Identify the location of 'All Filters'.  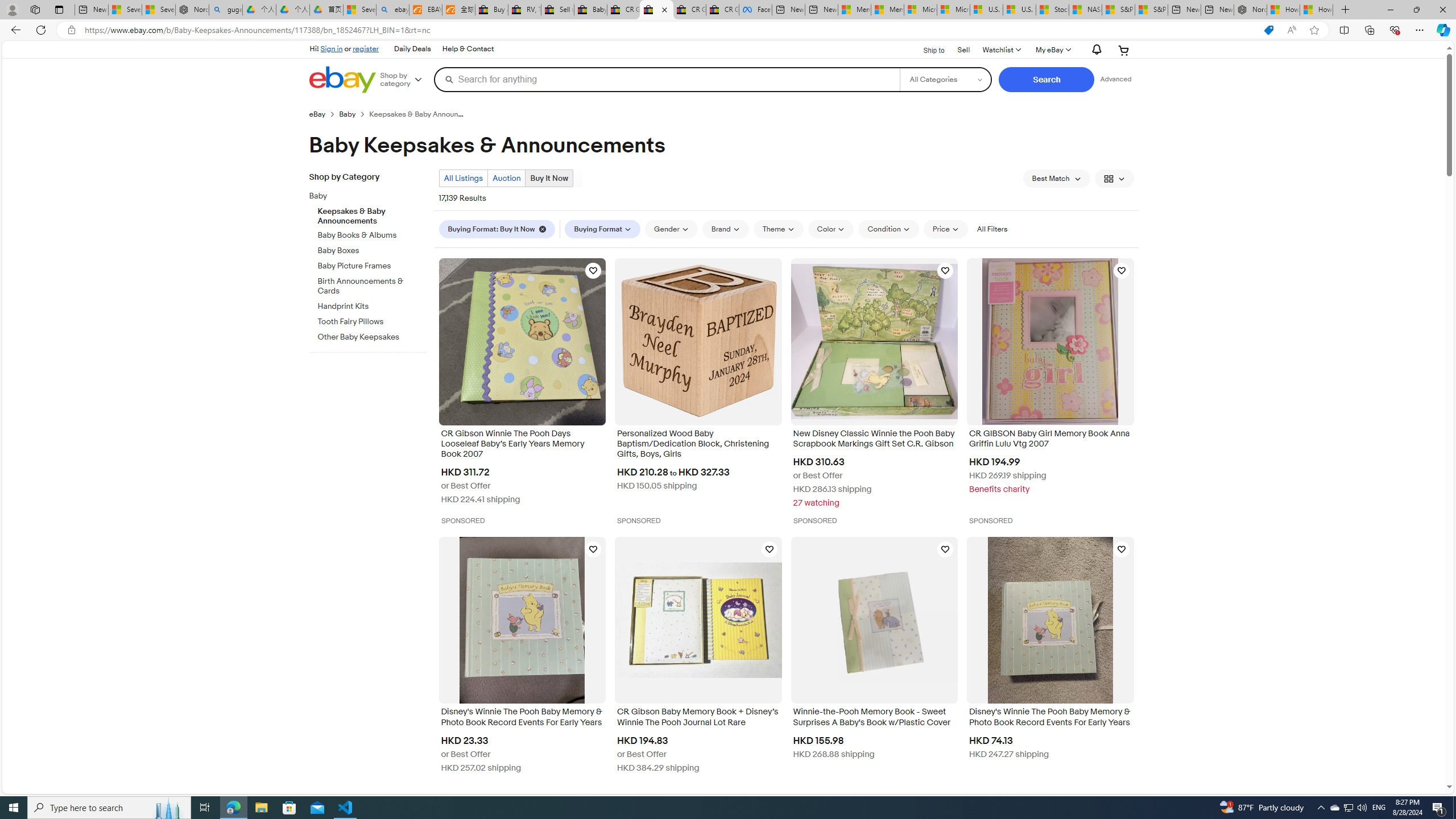
(992, 229).